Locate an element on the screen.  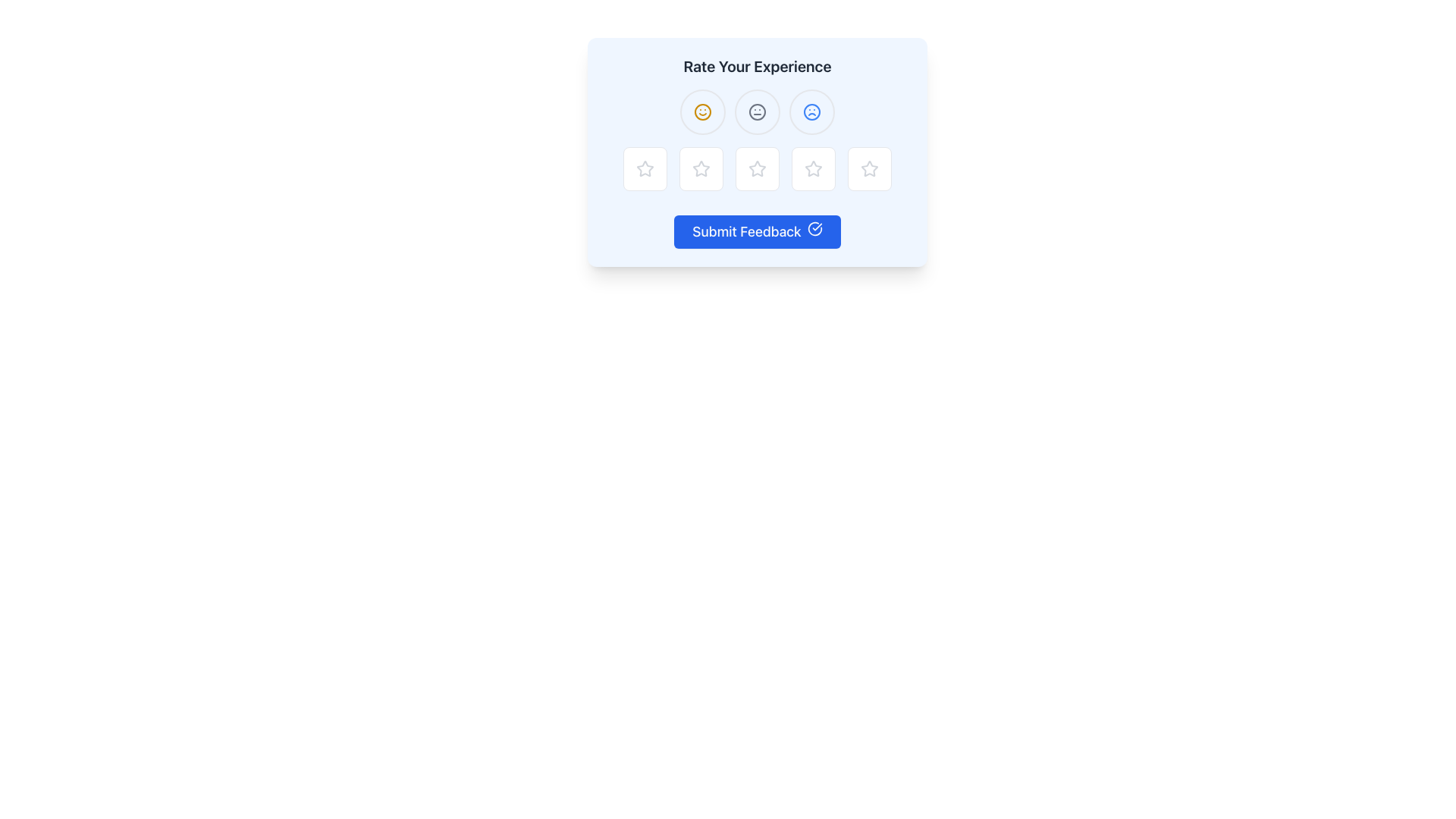
the circular button with a neutral face icon, which is the second button in a row of three is located at coordinates (757, 111).